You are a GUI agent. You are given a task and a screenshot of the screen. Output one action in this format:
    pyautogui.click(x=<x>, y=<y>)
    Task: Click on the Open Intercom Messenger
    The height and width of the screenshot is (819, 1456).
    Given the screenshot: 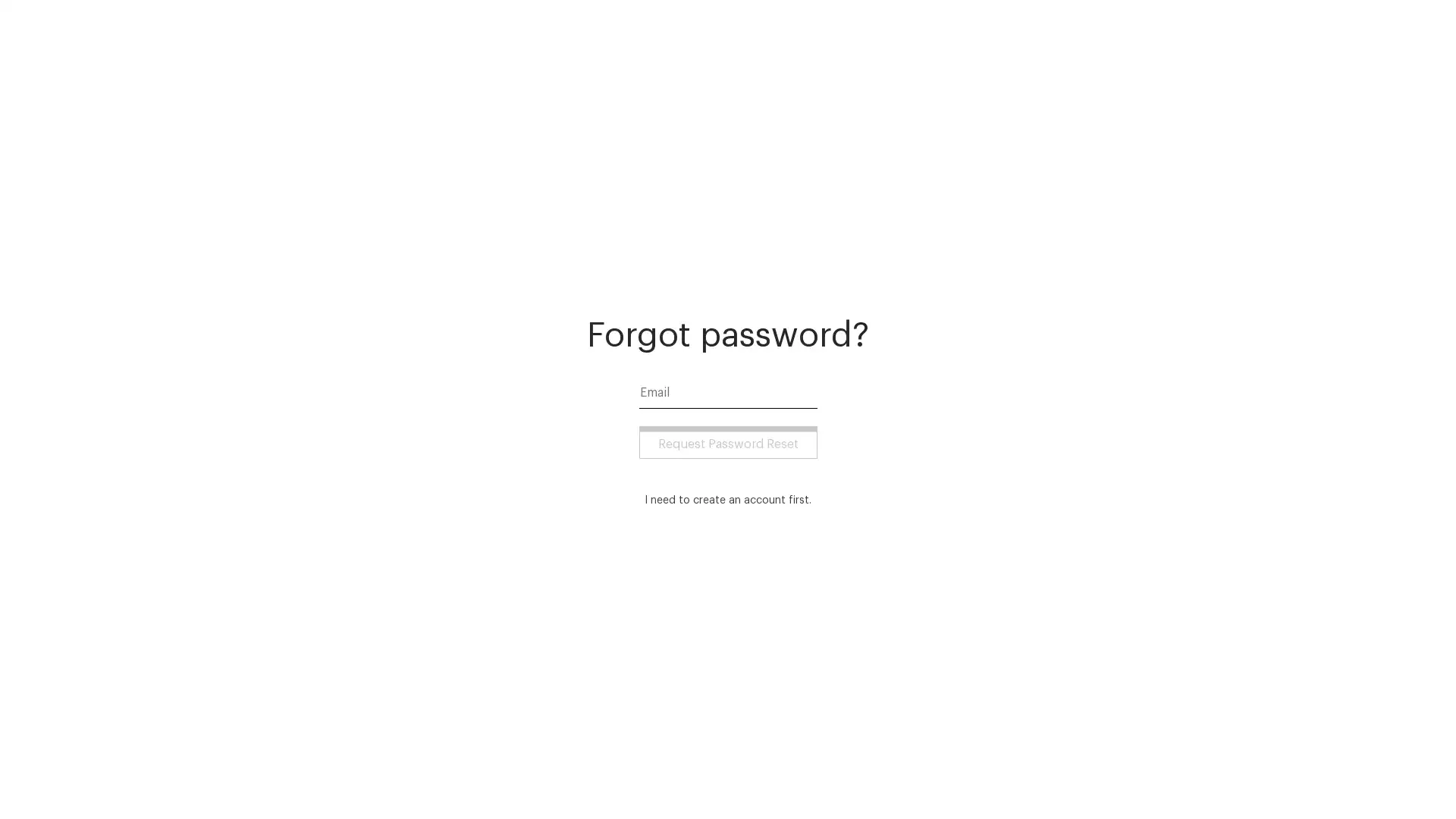 What is the action you would take?
    pyautogui.click(x=1417, y=780)
    